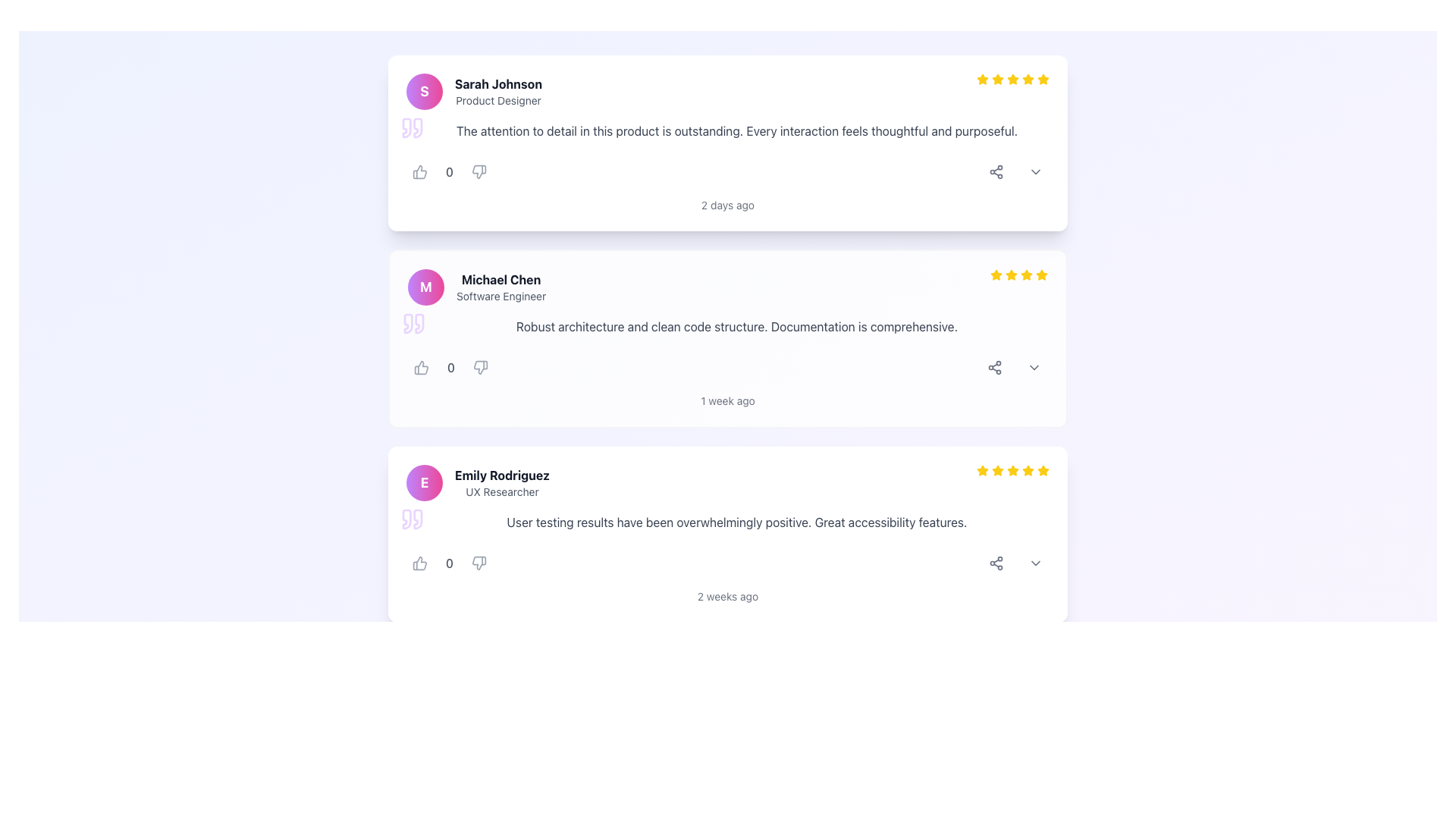 This screenshot has width=1456, height=819. Describe the element at coordinates (983, 469) in the screenshot. I see `the fifth star icon` at that location.